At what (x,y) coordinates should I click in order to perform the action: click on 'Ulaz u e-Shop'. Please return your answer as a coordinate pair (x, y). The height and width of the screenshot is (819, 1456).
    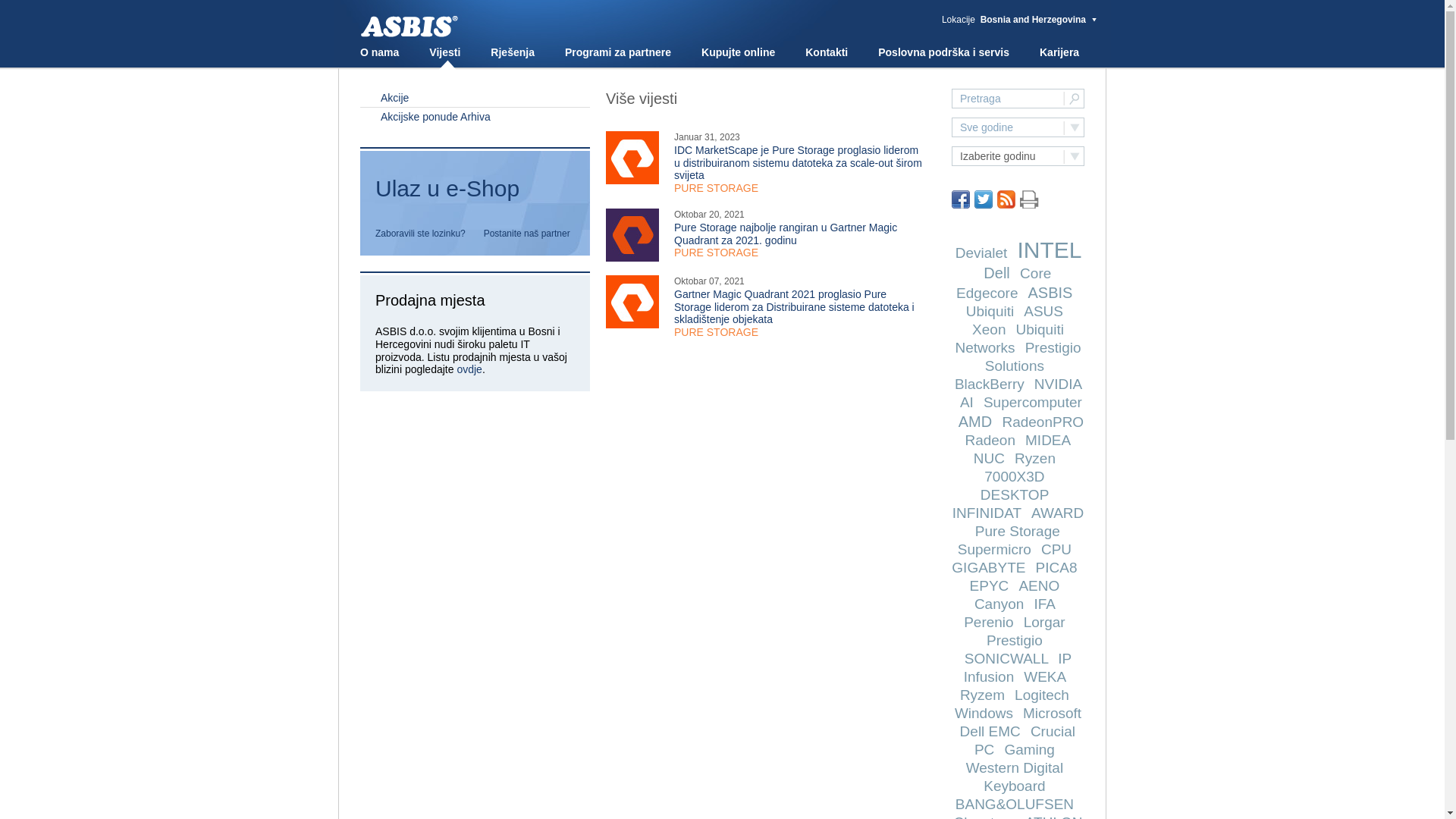
    Looking at the image, I should click on (474, 194).